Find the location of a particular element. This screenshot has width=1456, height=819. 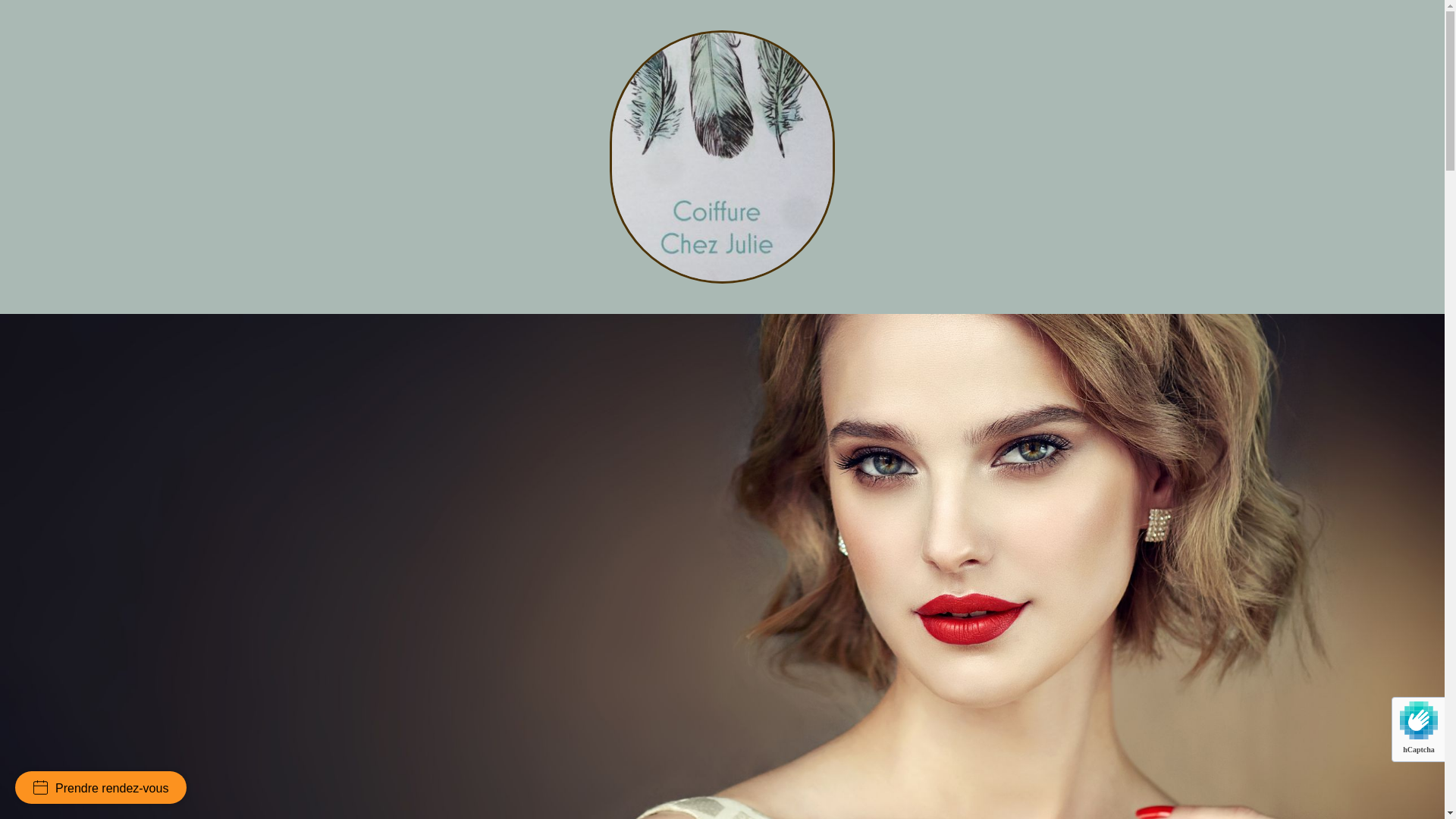

'Prendre rendez-vous' is located at coordinates (100, 786).